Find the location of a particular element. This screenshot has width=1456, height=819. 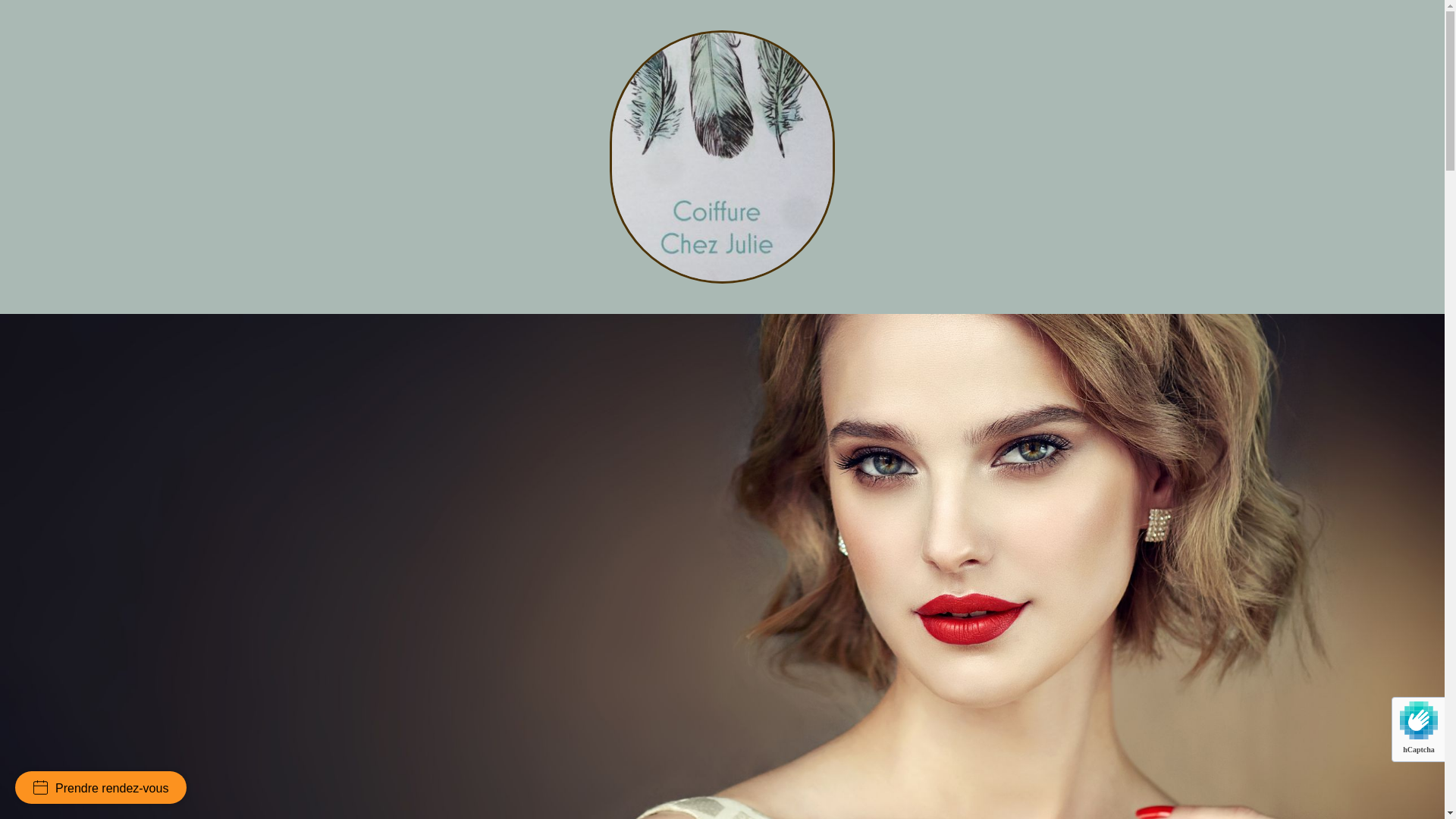

'Prendre rendez-vous' is located at coordinates (100, 786).